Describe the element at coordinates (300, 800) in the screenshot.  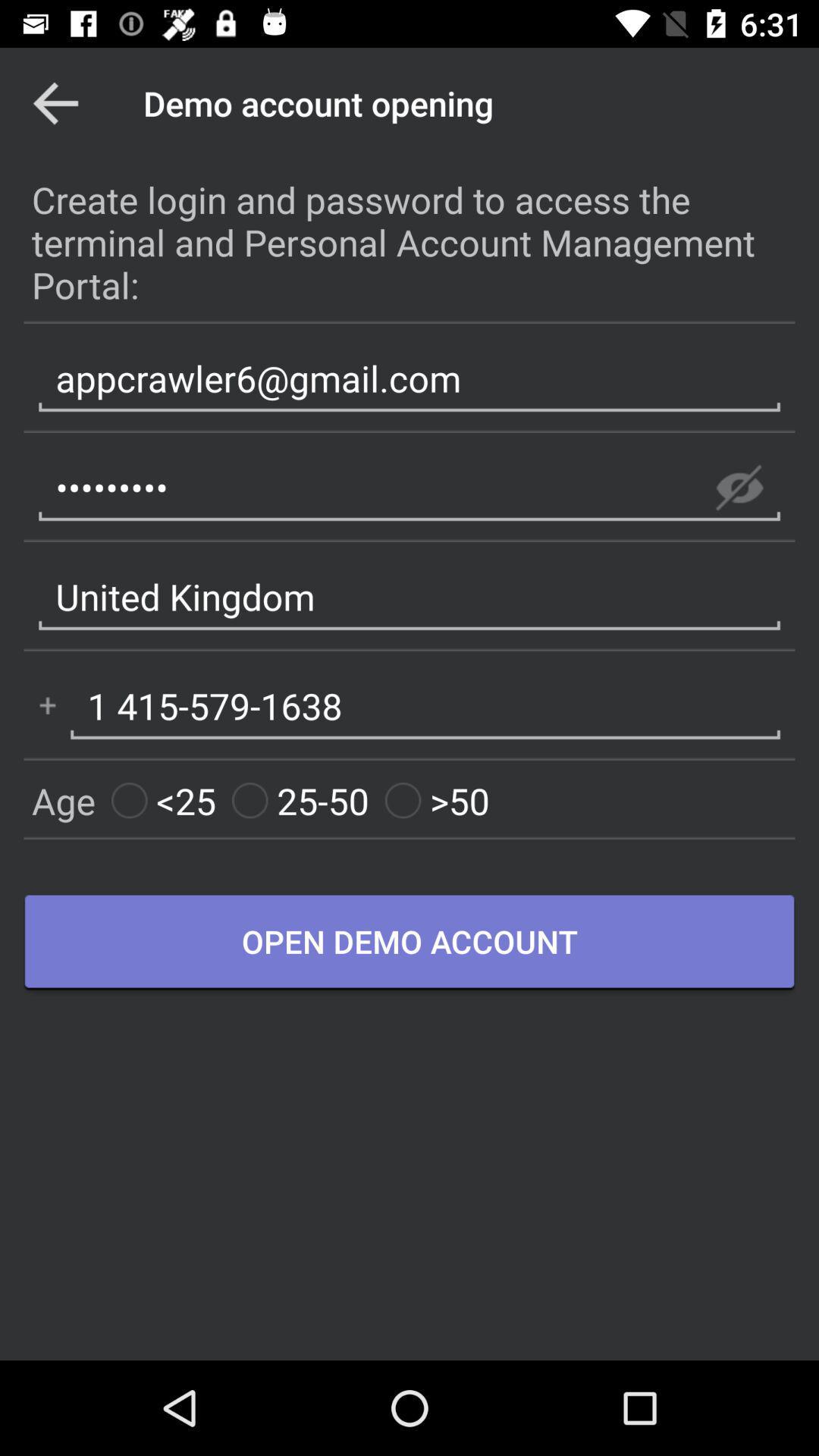
I see `25-50 icon` at that location.